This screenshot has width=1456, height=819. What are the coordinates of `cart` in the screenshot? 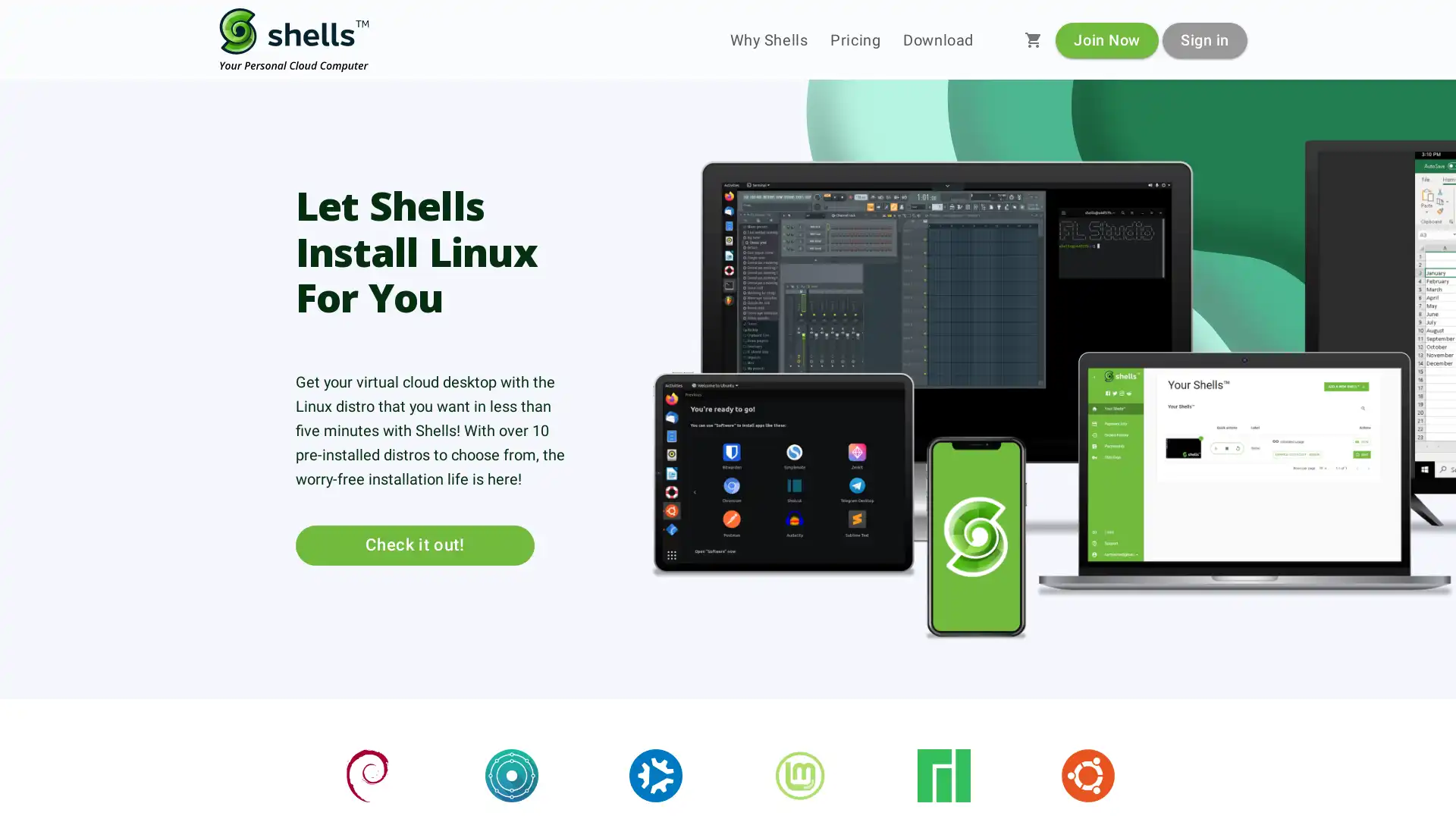 It's located at (1033, 39).